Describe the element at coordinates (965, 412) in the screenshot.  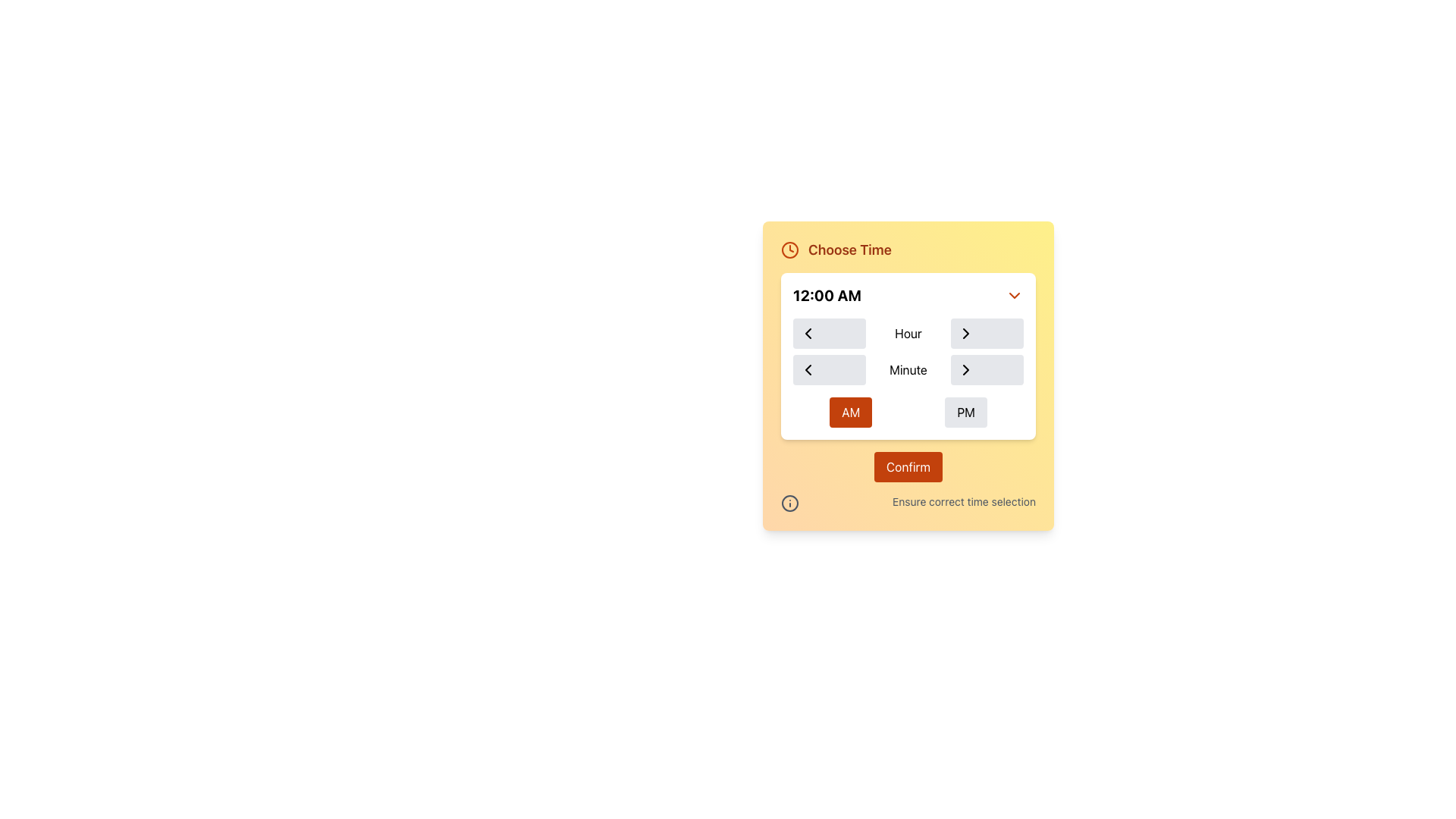
I see `the 'PM' button, which is a rectangular button with a light gray background and black text, located to the right of the 'AM' button in the time selection panel` at that location.